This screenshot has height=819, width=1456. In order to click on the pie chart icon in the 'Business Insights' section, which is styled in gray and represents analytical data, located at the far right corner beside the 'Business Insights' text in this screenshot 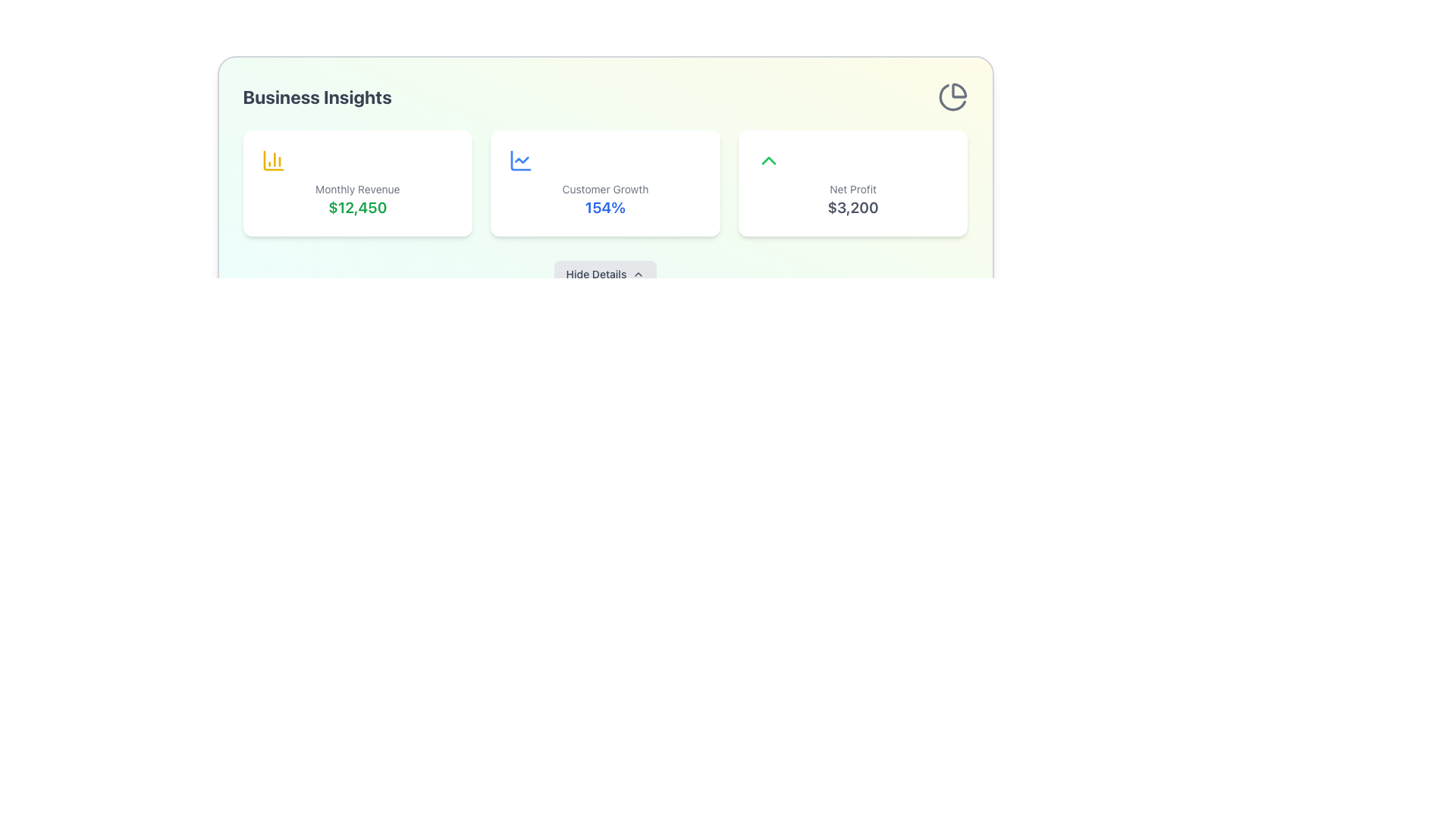, I will do `click(952, 96)`.